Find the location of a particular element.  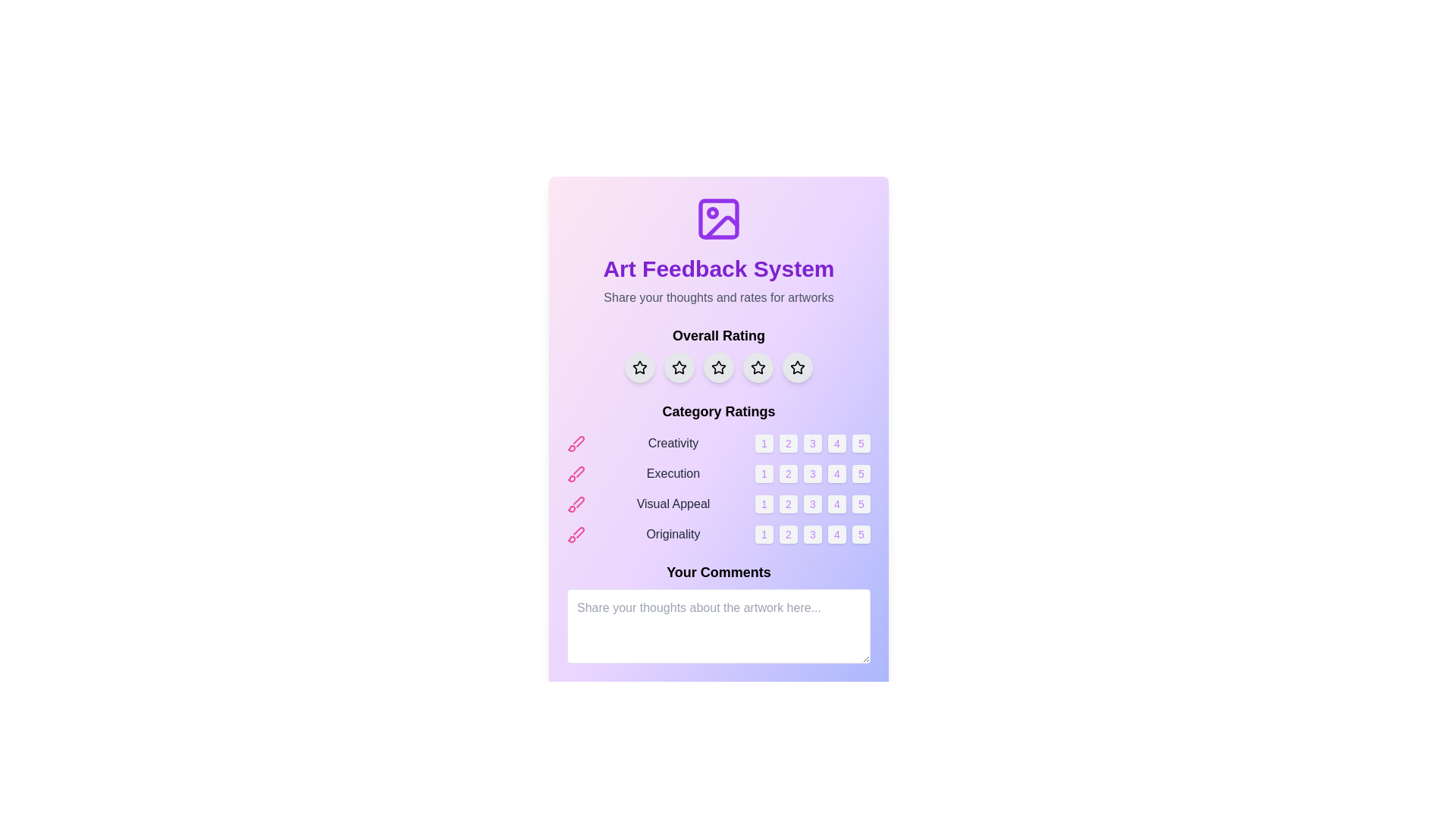

the third star-shaped icon in the row of five under the 'Overall Rating' section of the UI is located at coordinates (679, 368).